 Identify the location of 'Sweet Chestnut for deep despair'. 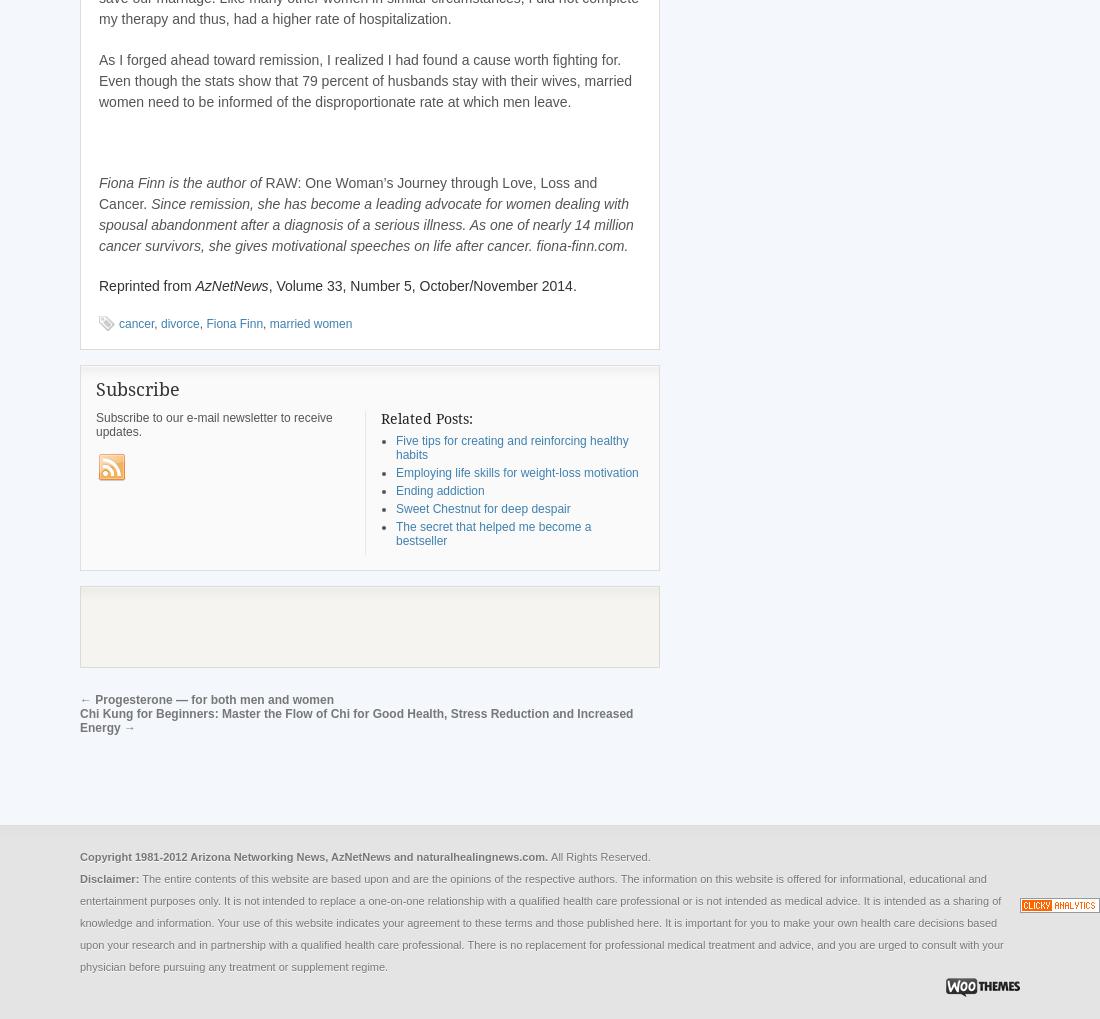
(395, 506).